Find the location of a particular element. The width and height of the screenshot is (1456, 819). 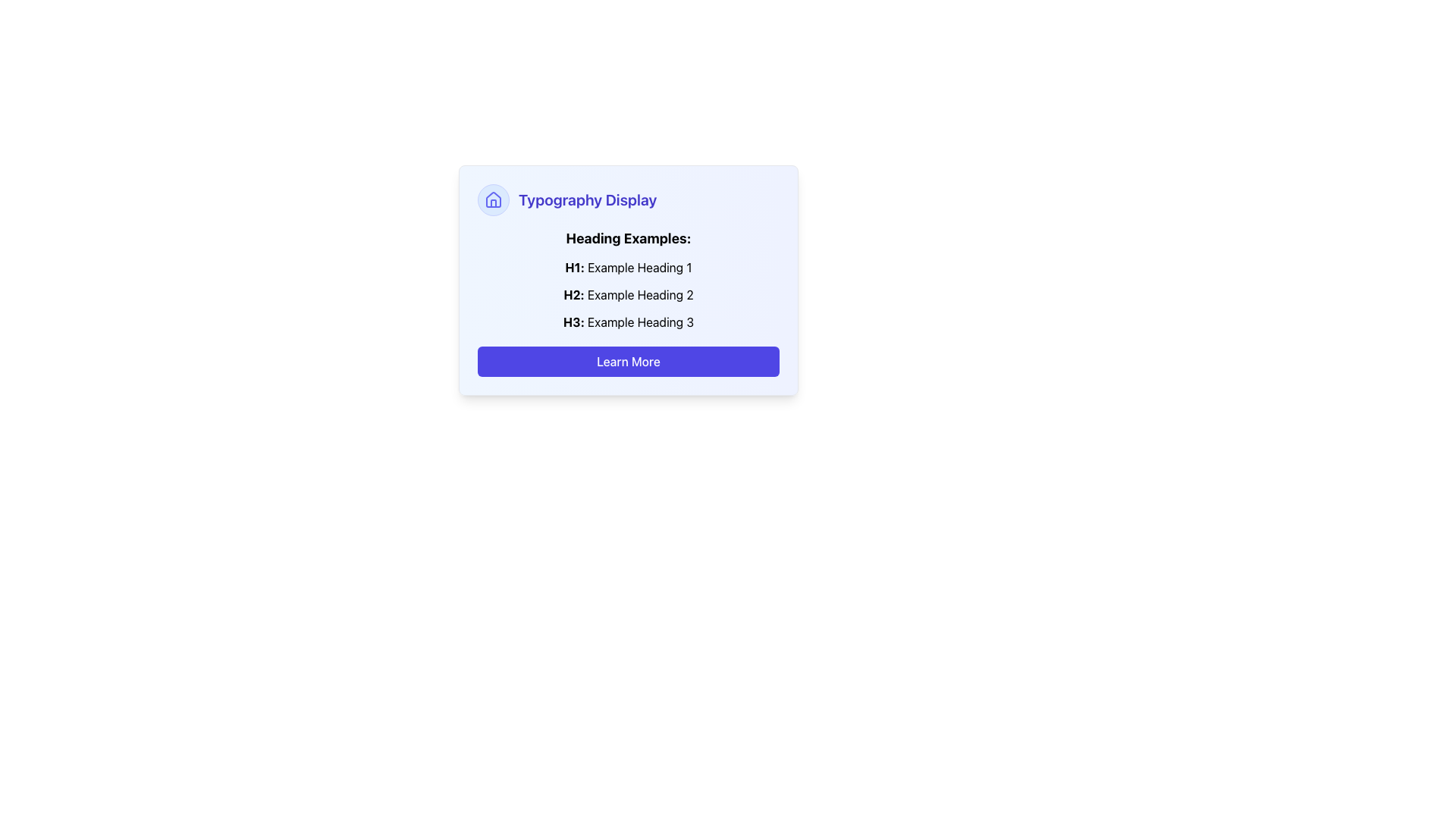

text element indicating the format and style for an 'H2' heading, located below 'H1: Example Heading 1' and above 'H3: Example Heading 3' is located at coordinates (629, 295).